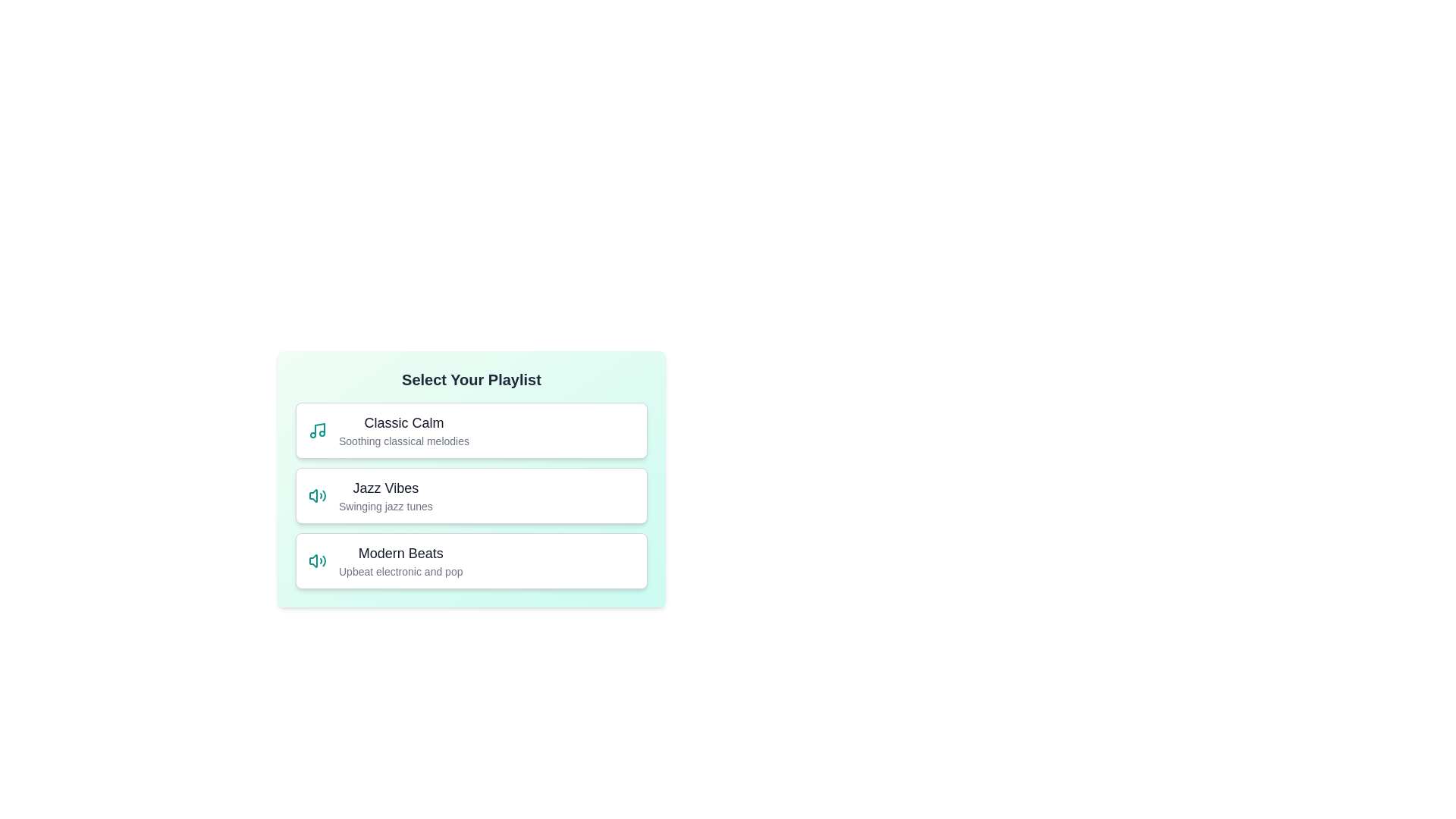  I want to click on text content of the Text display element labeled 'Classic Calm' which features soothing classical melodies in a smaller font beneath it, so click(403, 430).